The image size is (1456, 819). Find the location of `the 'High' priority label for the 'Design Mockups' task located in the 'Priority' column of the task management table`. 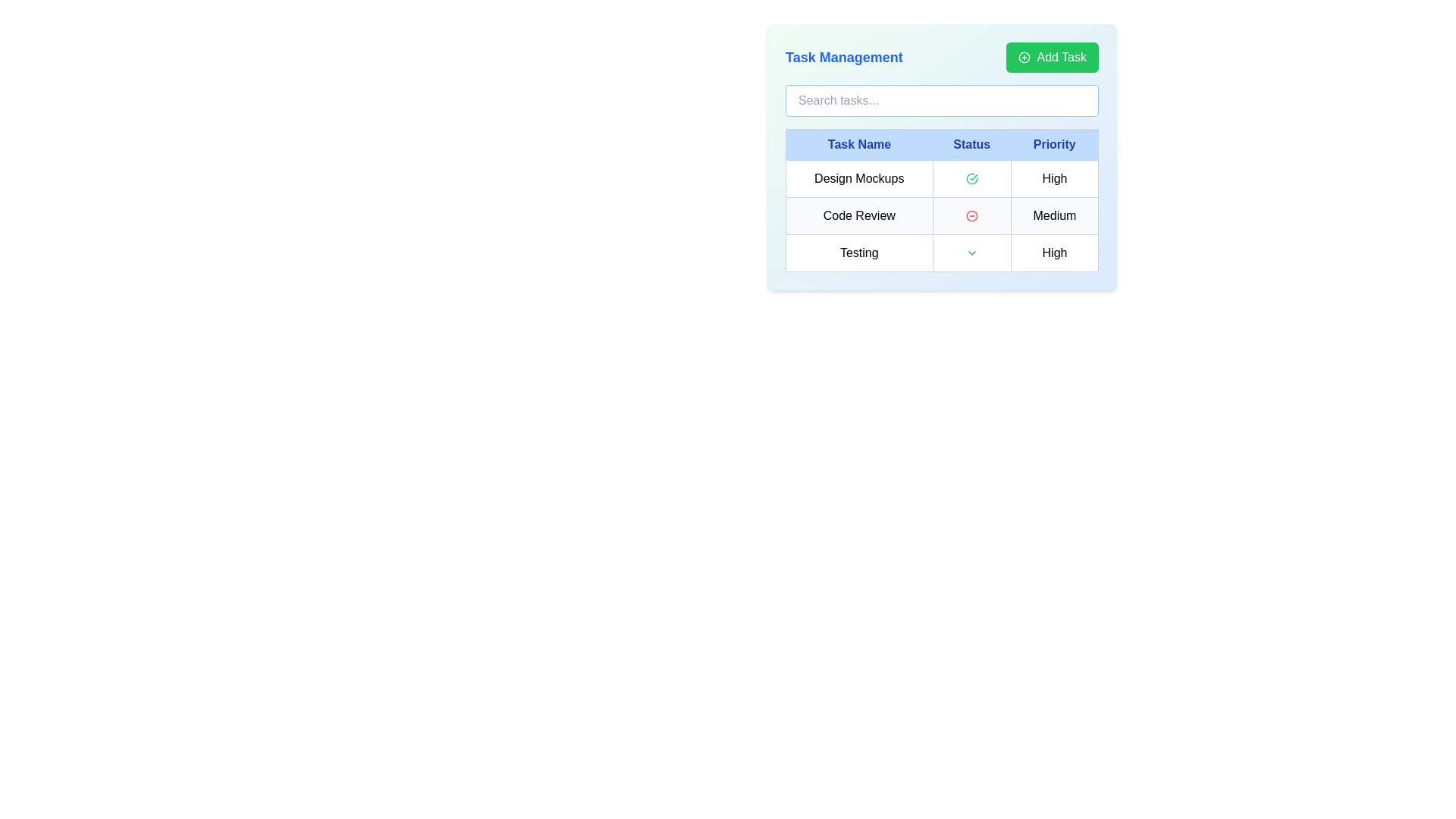

the 'High' priority label for the 'Design Mockups' task located in the 'Priority' column of the task management table is located at coordinates (1054, 177).